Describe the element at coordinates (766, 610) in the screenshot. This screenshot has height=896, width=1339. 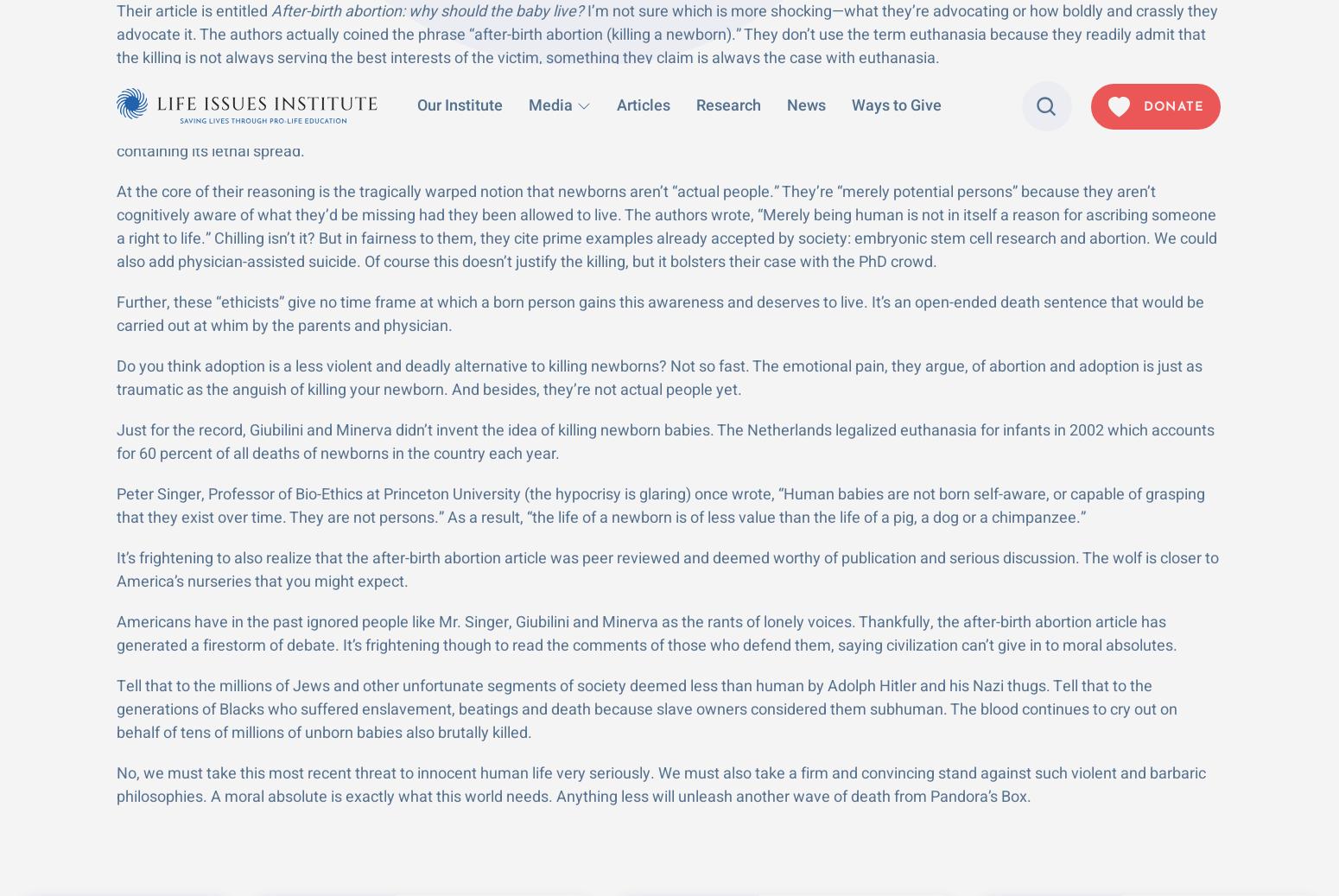
I see `'Our Institute'` at that location.